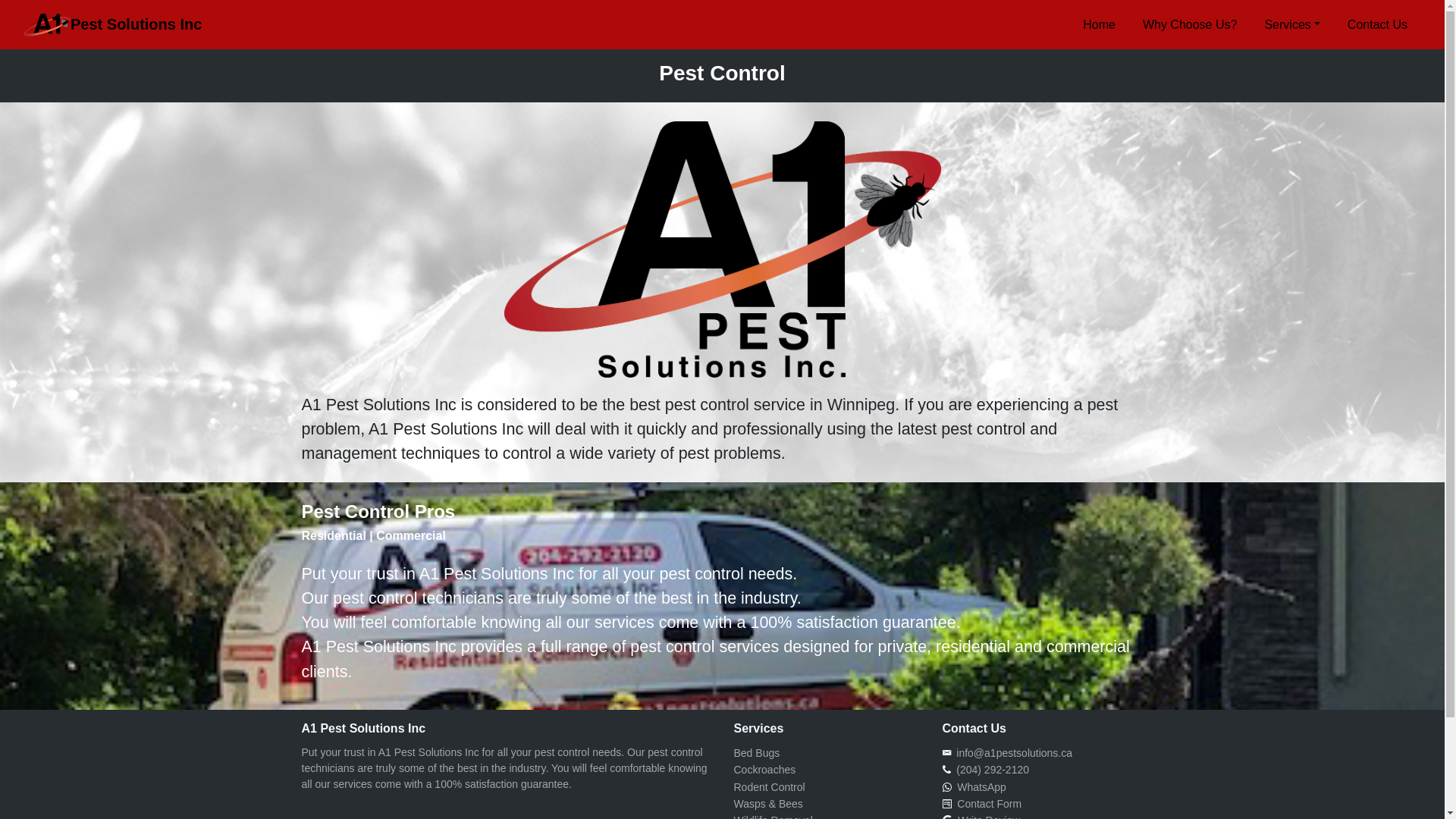 This screenshot has width=1456, height=819. What do you see at coordinates (1012, 752) in the screenshot?
I see `'  info@a1pestsolutions.ca'` at bounding box center [1012, 752].